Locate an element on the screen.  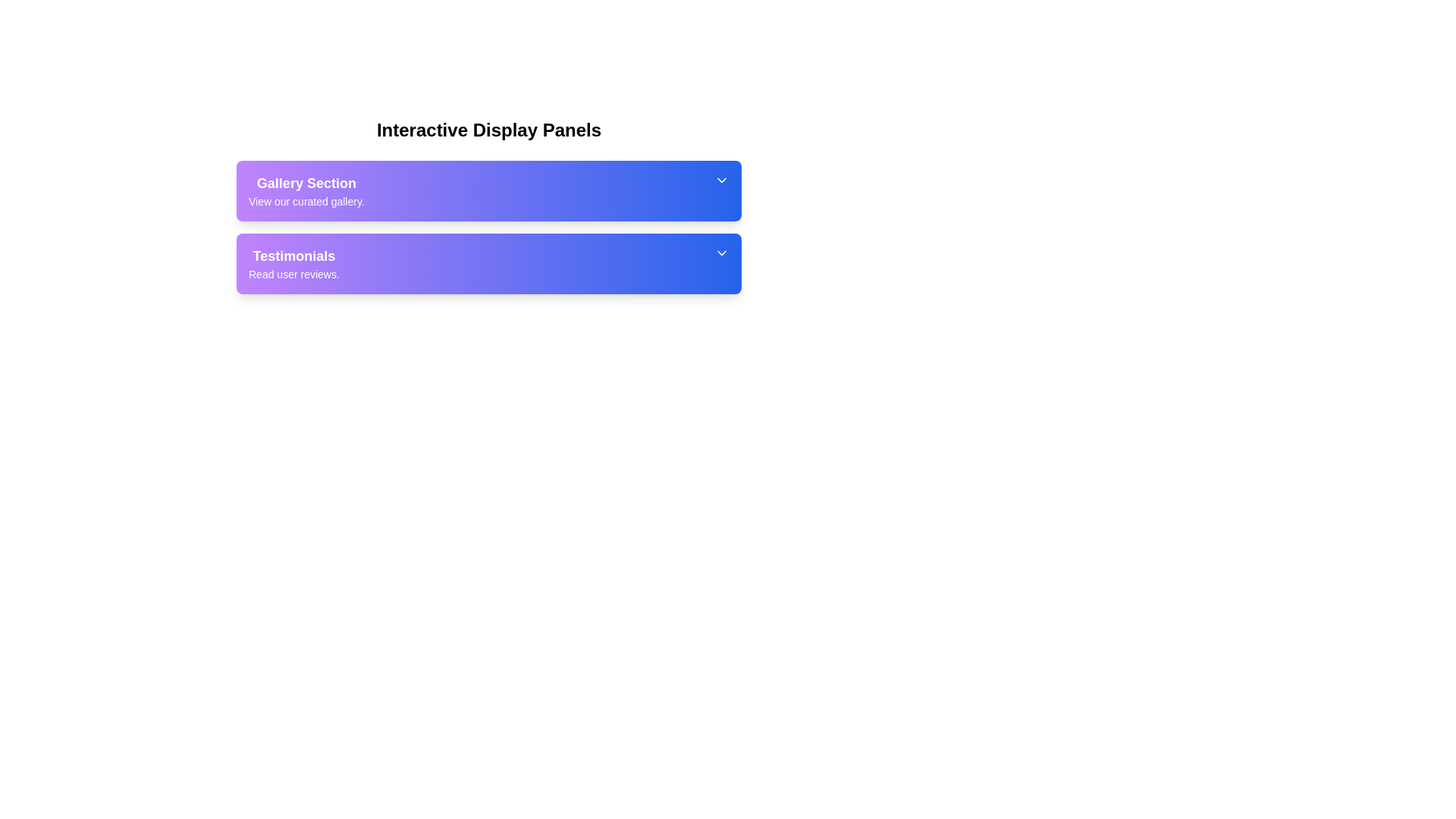
the main title text block, which serves as the heading for the section above the 'Gallery Section' and 'Testimonials' elements is located at coordinates (488, 130).